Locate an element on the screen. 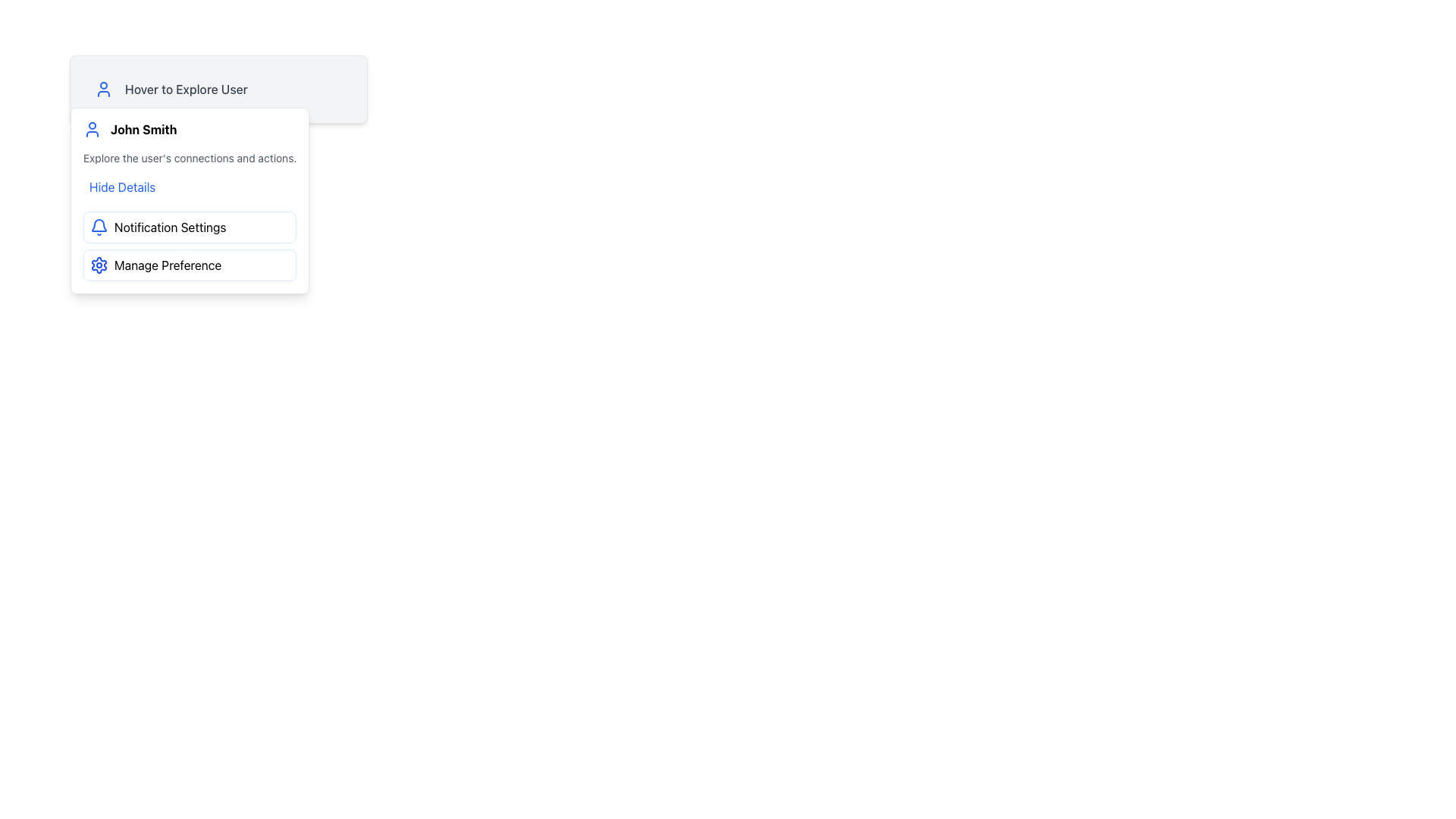 The width and height of the screenshot is (1456, 819). the 'Notification Settings' button with a bell icon to observe additional effects is located at coordinates (189, 227).